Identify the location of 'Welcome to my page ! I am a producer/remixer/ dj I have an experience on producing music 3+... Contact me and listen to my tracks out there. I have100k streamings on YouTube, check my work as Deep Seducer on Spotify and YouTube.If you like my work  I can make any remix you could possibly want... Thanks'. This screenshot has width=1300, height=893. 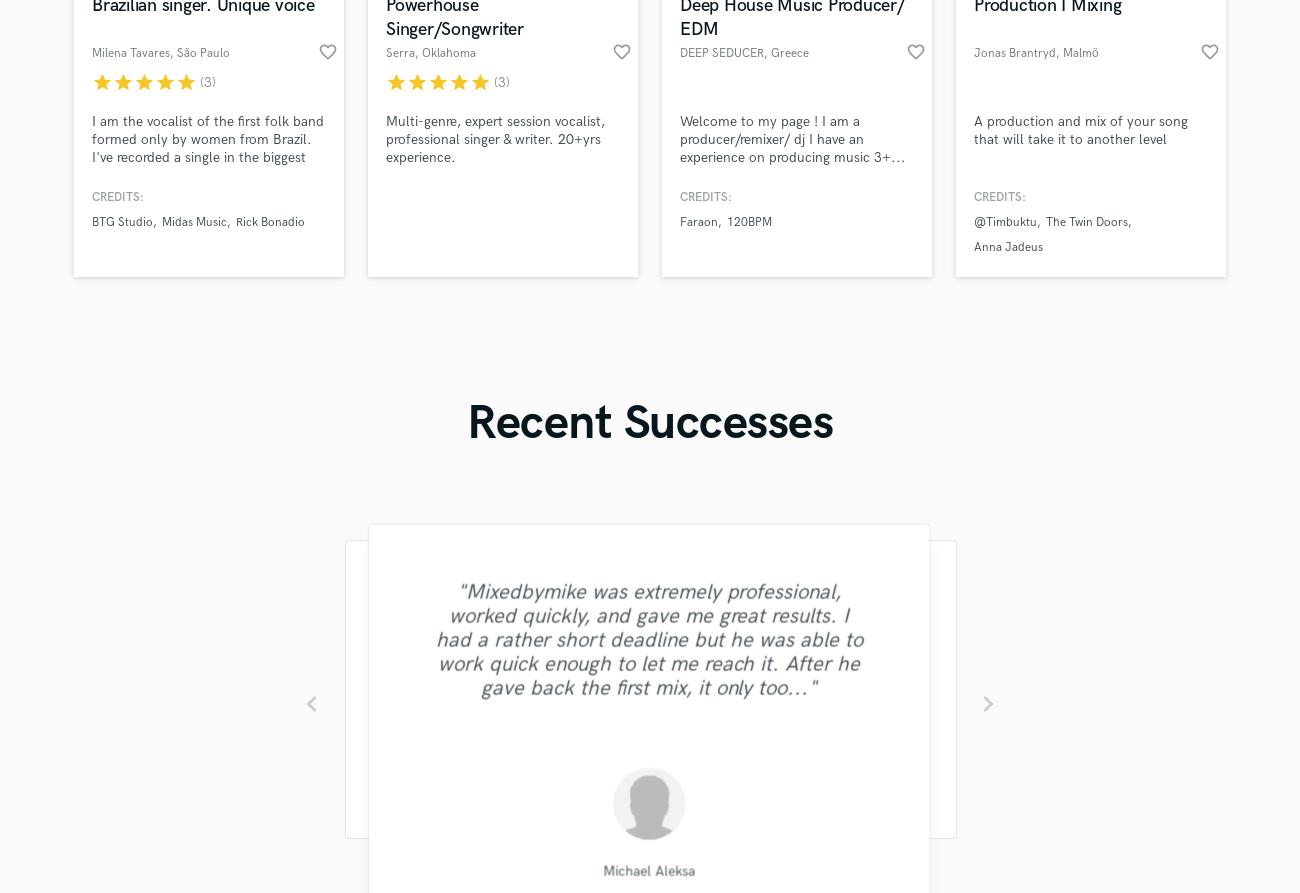
(792, 201).